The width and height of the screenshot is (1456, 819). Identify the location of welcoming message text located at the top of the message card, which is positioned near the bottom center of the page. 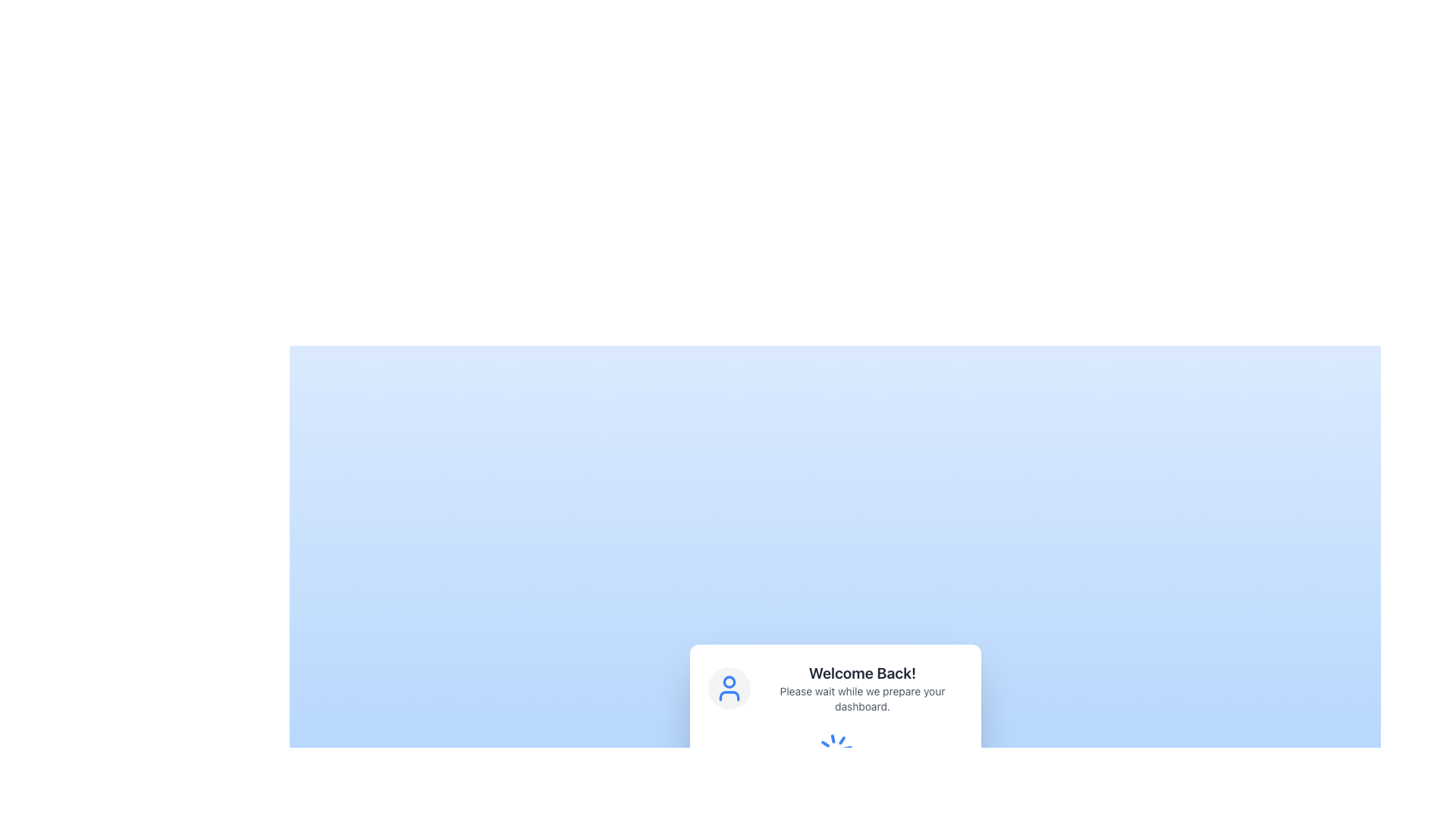
(862, 672).